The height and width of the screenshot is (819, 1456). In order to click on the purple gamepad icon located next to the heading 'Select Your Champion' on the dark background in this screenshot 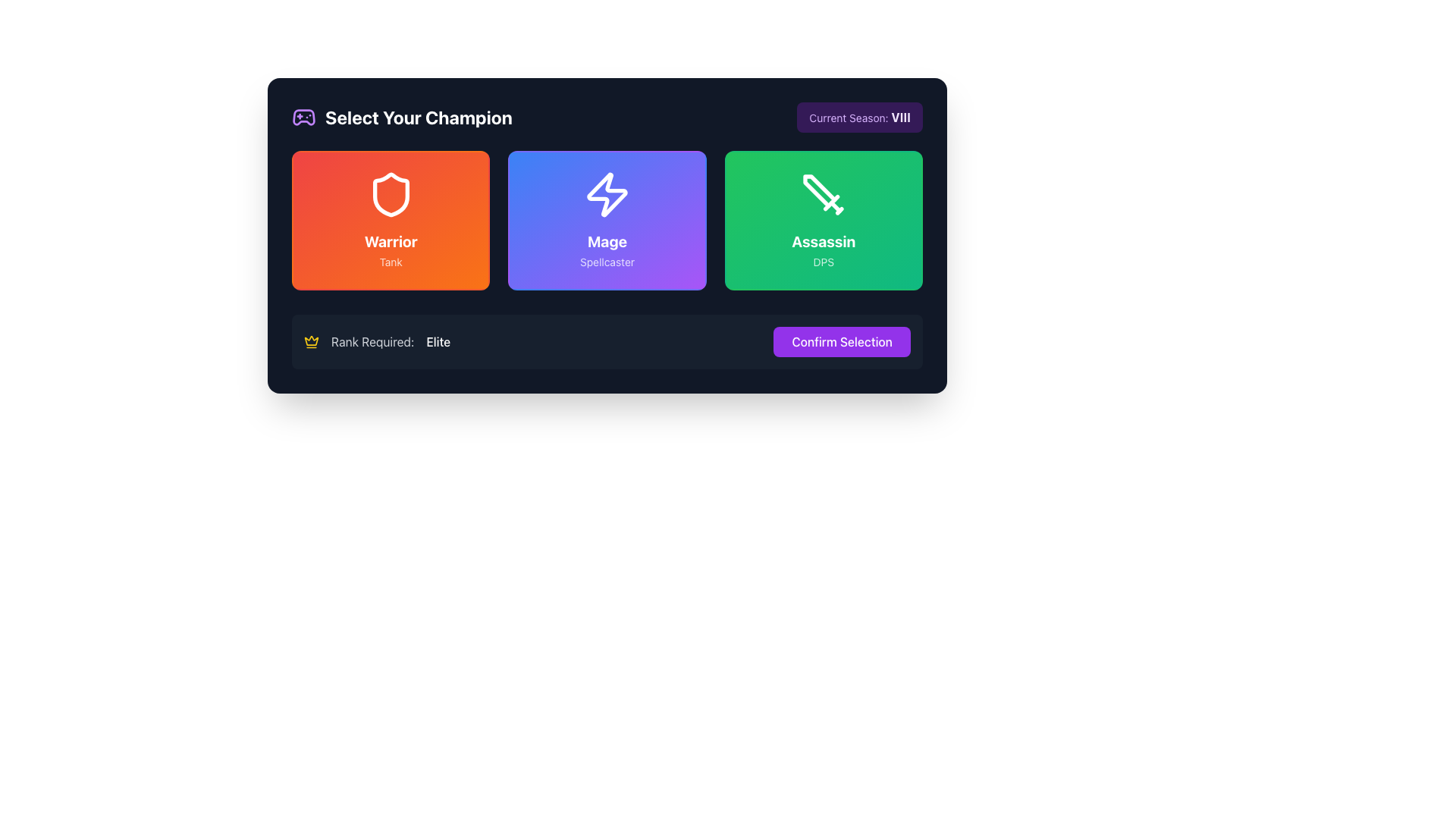, I will do `click(303, 116)`.